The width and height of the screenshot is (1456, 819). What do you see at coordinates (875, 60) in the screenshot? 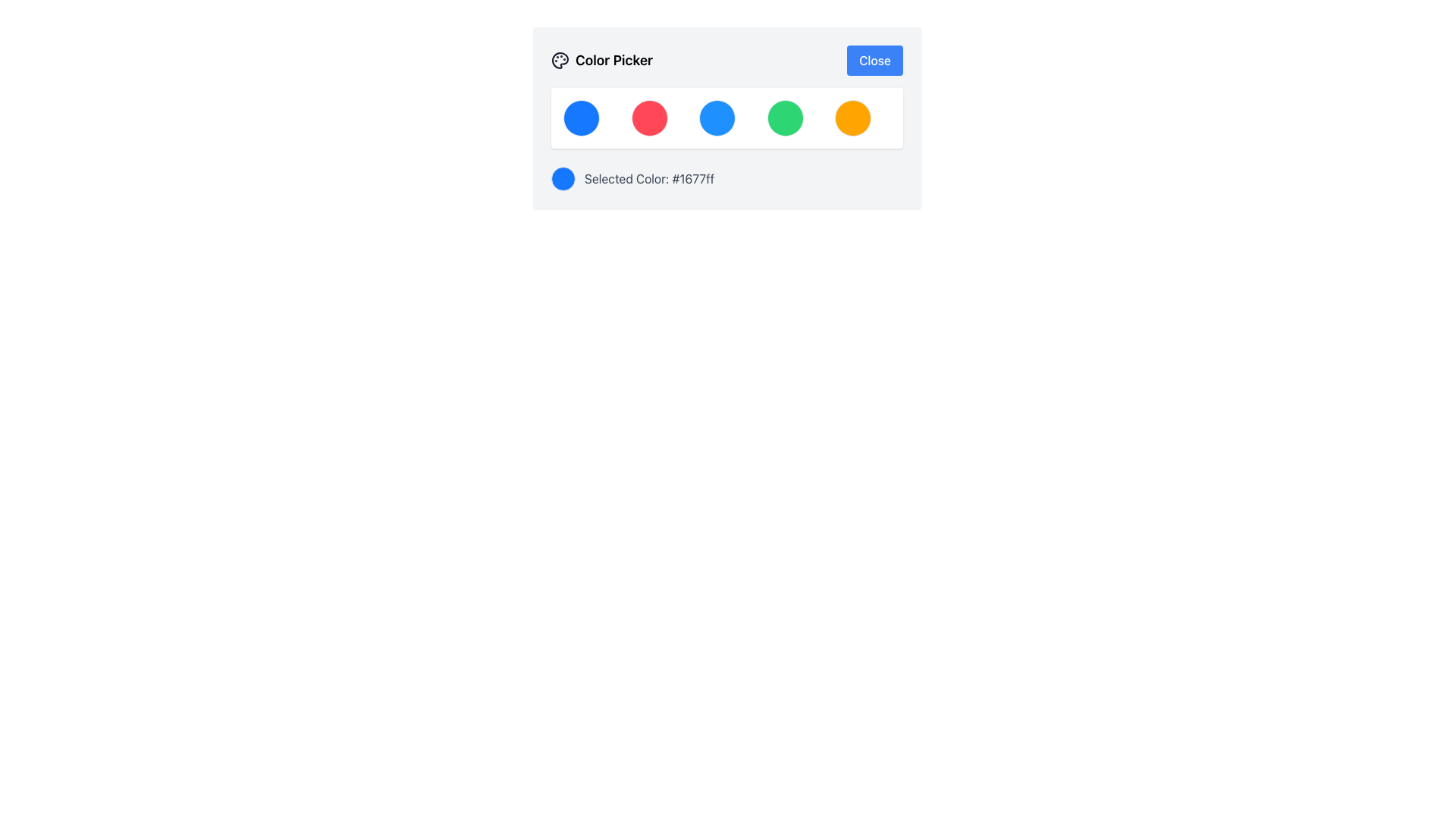
I see `the close button located in the top-right corner of the 'Color Picker' modal` at bounding box center [875, 60].